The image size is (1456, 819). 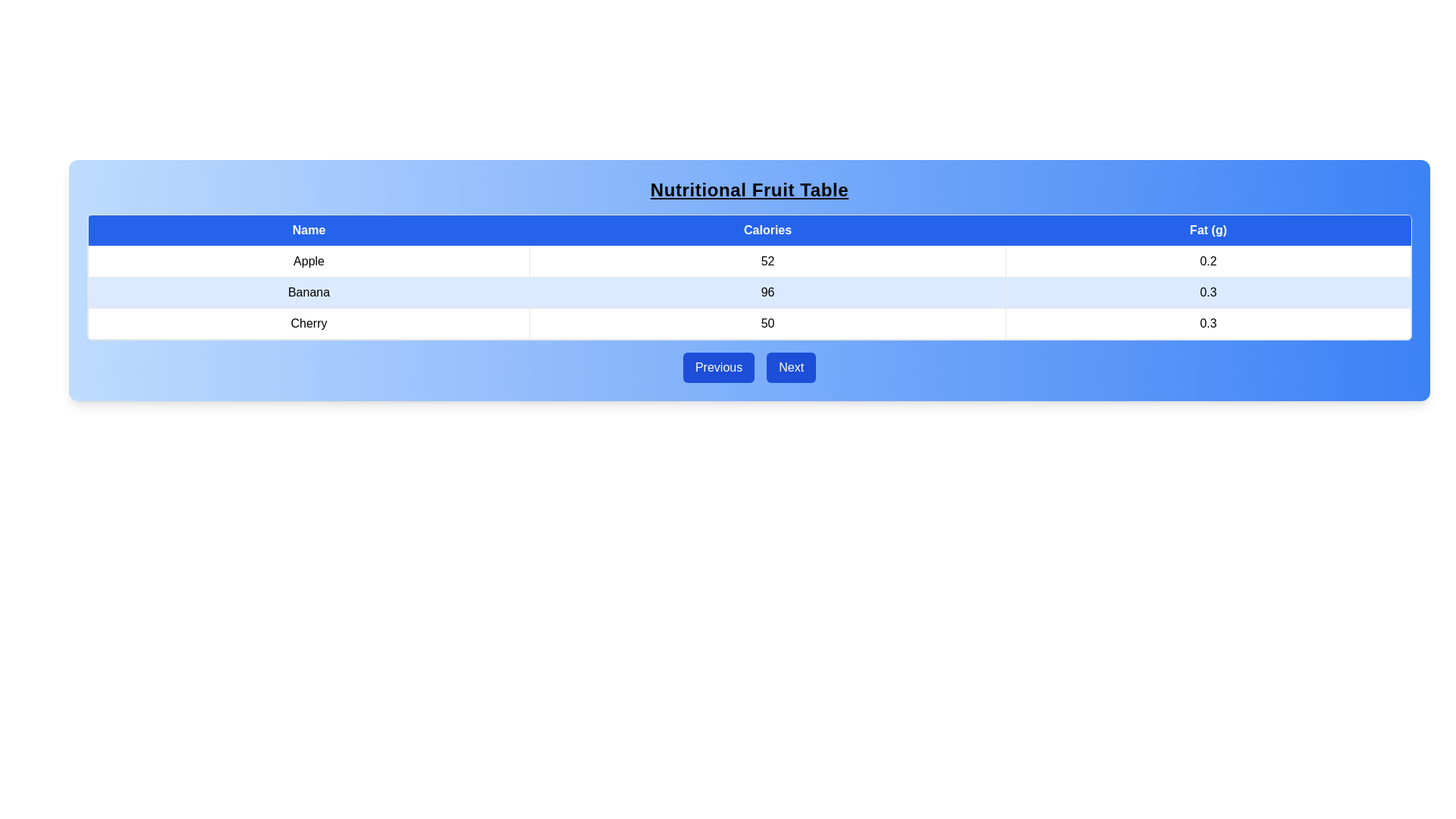 What do you see at coordinates (1207, 292) in the screenshot?
I see `numerical value indicating the fat content (in grams) for the item 'Banana' in the nutritional table, specifically from the third cell in the 'Fat (g)' column` at bounding box center [1207, 292].